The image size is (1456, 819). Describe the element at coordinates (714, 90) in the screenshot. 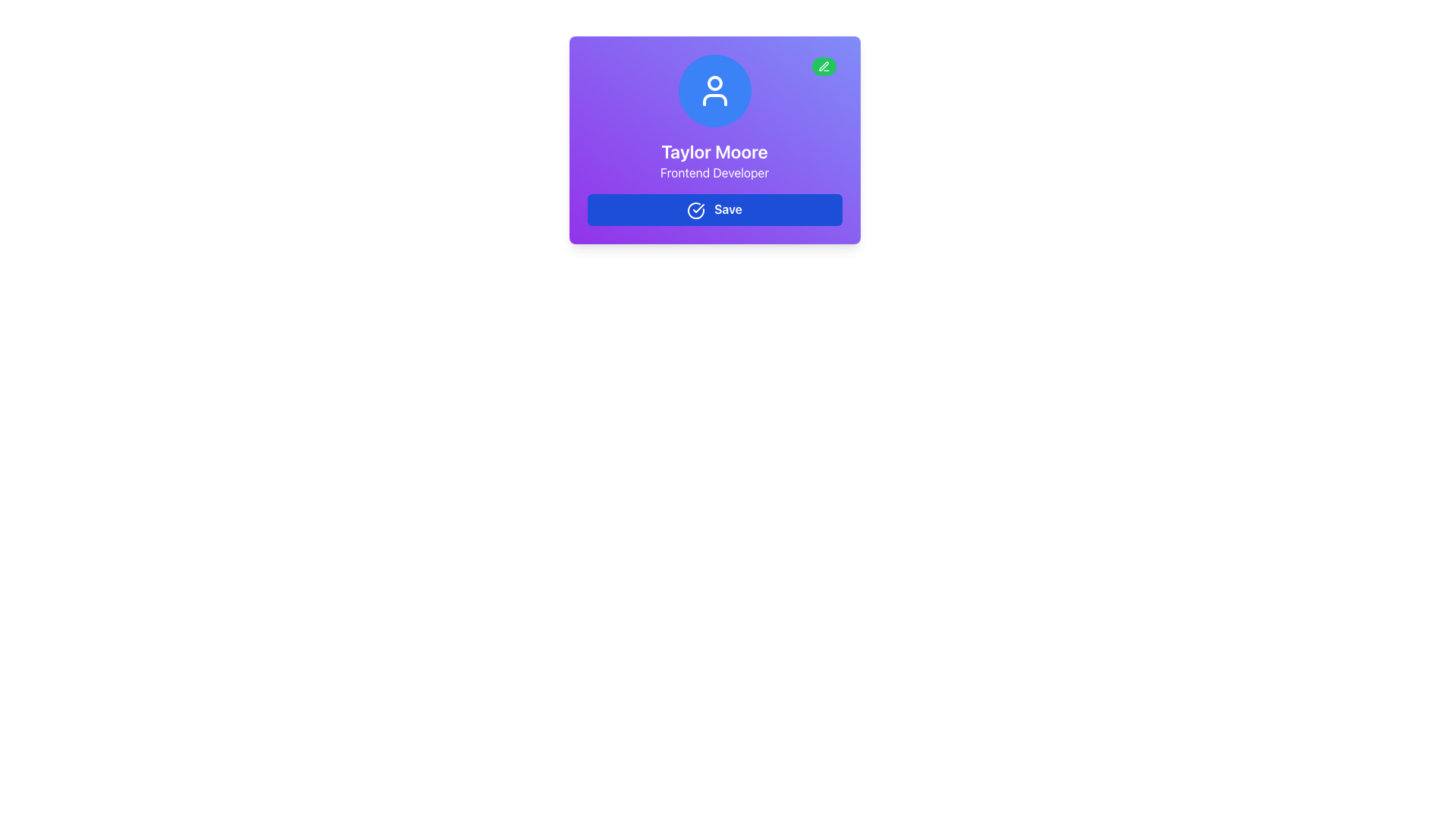

I see `the user profile icon, which is a simplified human figure styled with a white color against a blue circular background, located at the top of a purple rectangular card interface` at that location.